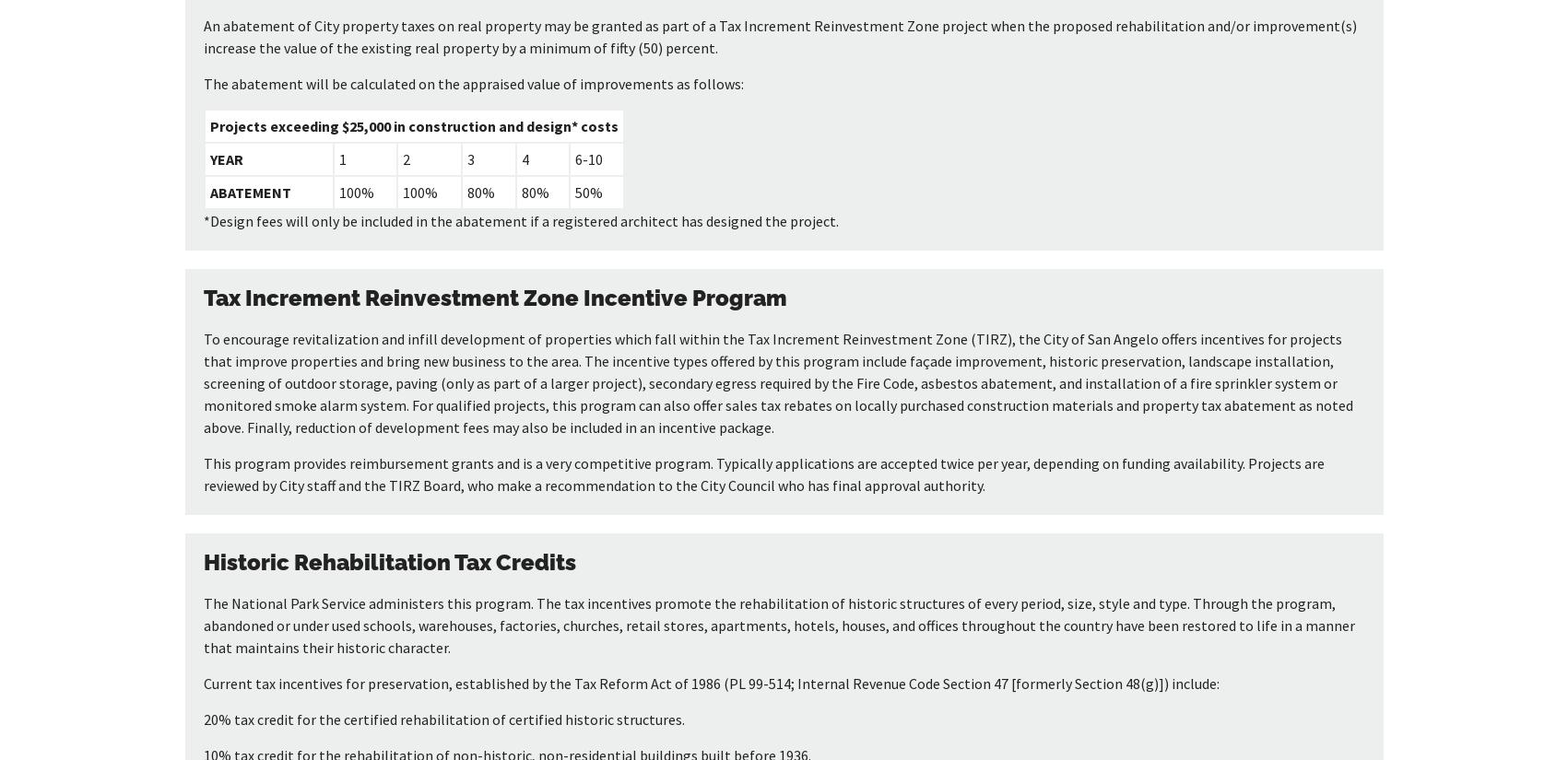  What do you see at coordinates (340, 159) in the screenshot?
I see `'1'` at bounding box center [340, 159].